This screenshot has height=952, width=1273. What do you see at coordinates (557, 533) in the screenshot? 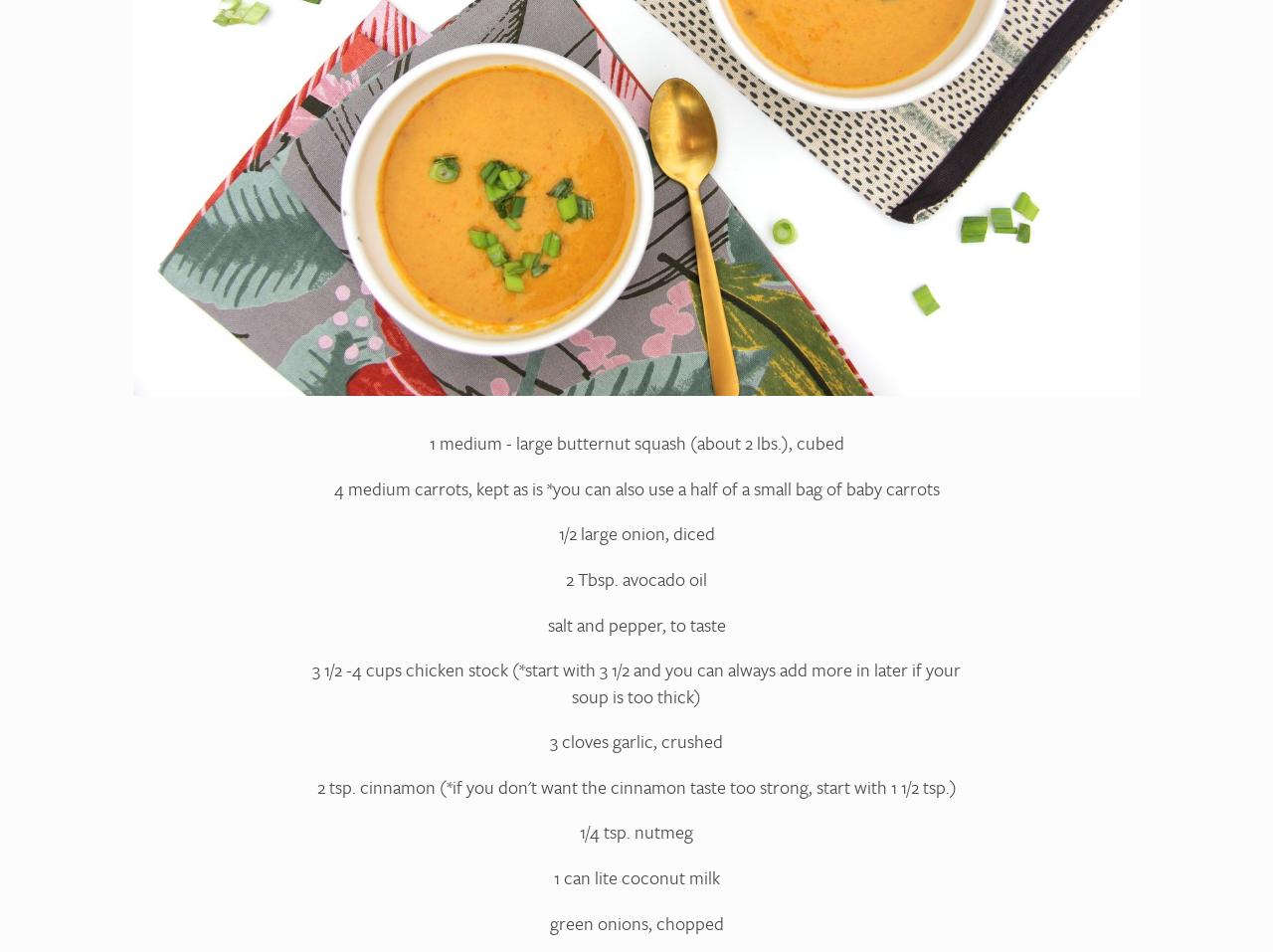
I see `'1/2 large onion, diced'` at bounding box center [557, 533].